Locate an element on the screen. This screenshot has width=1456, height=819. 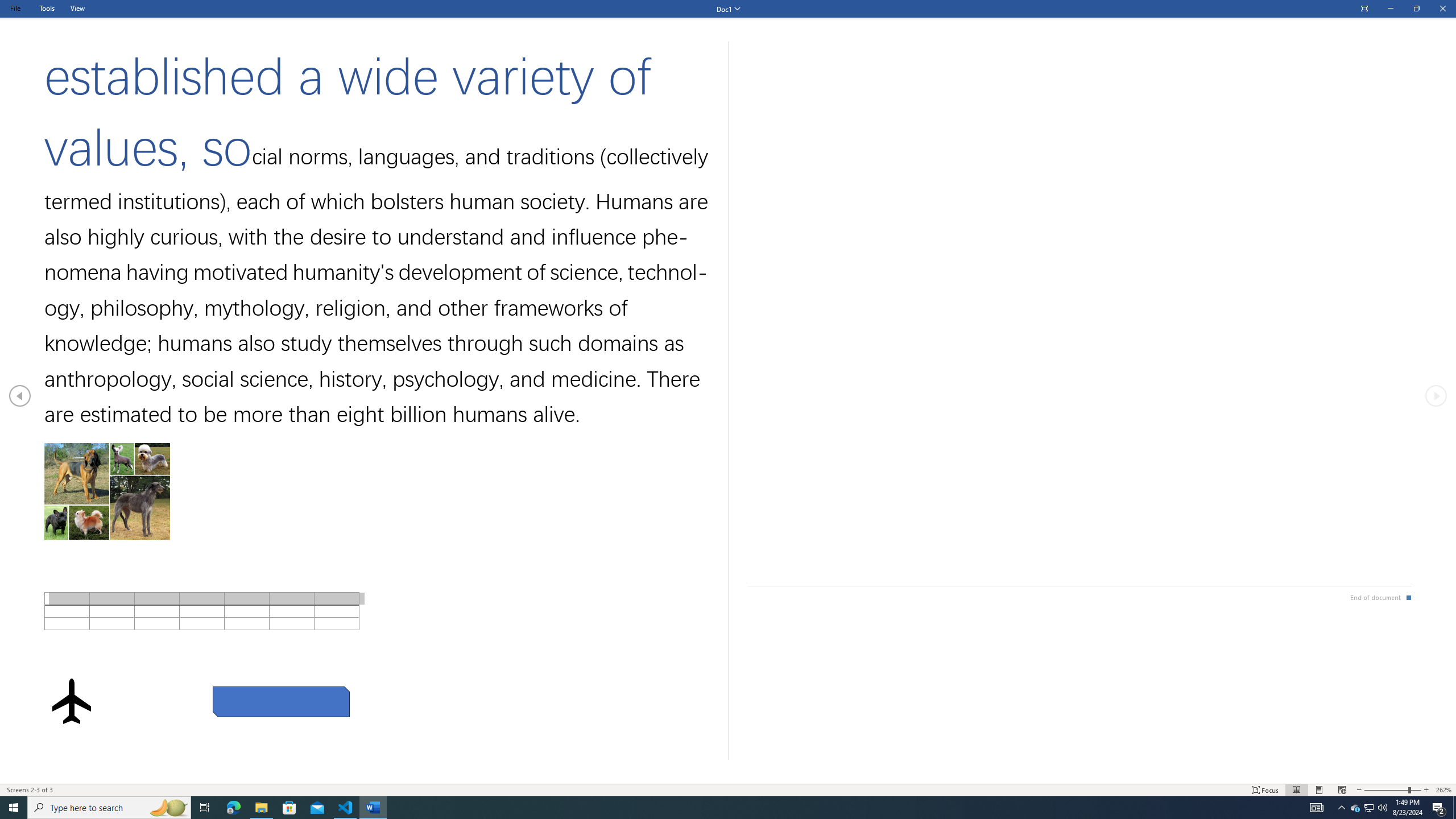
'Airplane with solid fill' is located at coordinates (71, 701).